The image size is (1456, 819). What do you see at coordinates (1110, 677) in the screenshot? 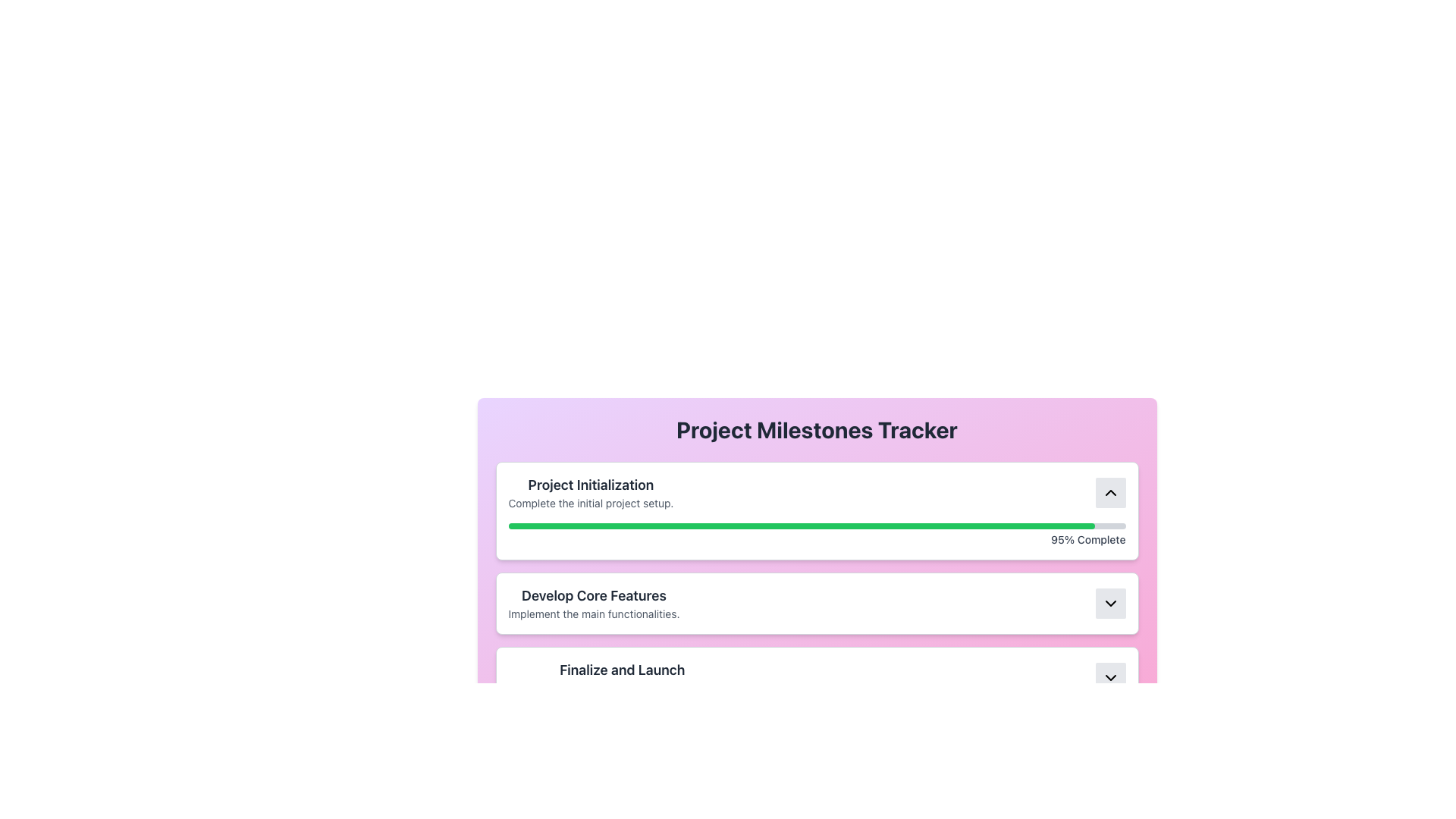
I see `the chevron down icon` at bounding box center [1110, 677].